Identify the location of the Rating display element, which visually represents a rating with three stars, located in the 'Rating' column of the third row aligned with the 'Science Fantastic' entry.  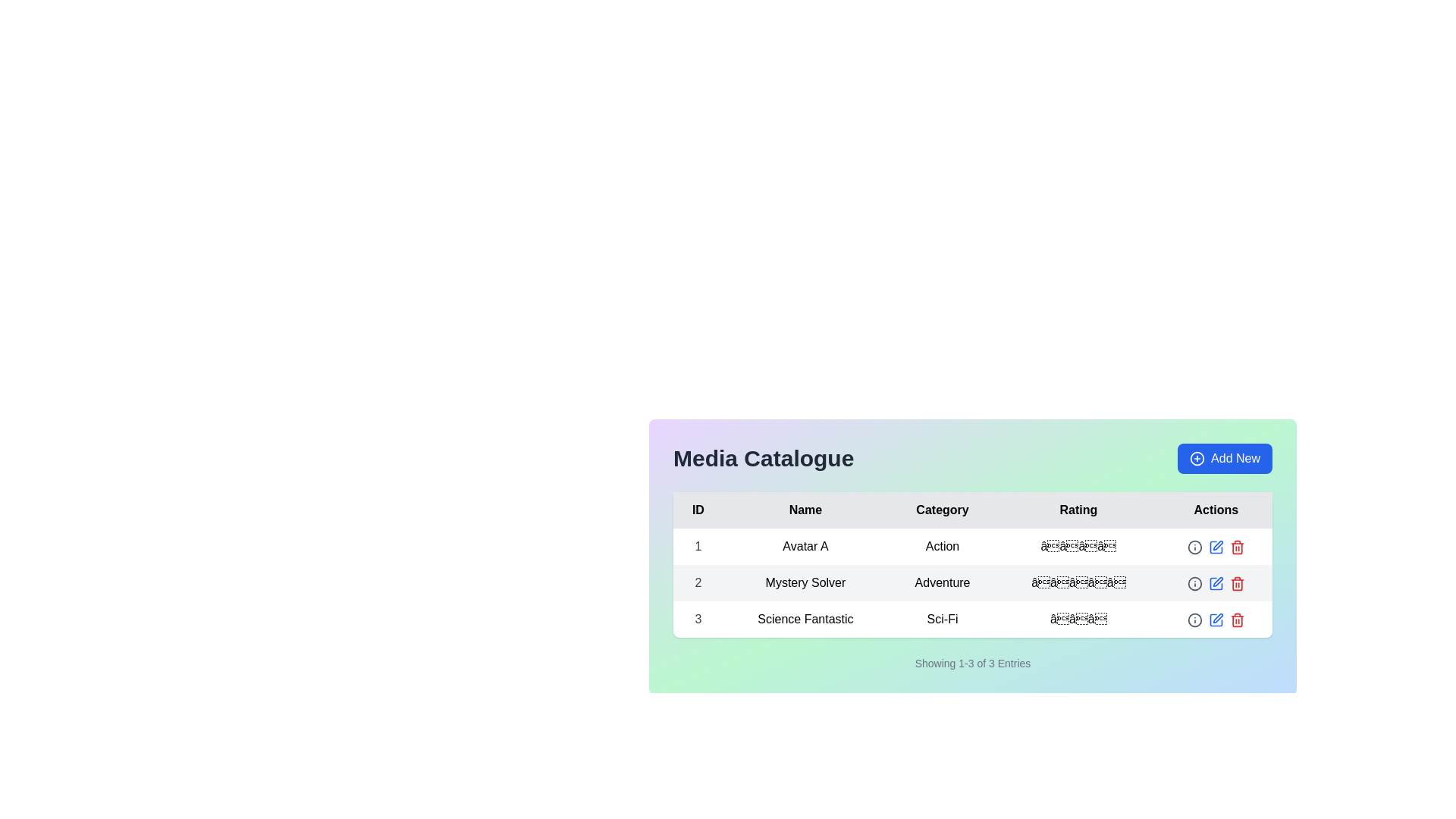
(1078, 620).